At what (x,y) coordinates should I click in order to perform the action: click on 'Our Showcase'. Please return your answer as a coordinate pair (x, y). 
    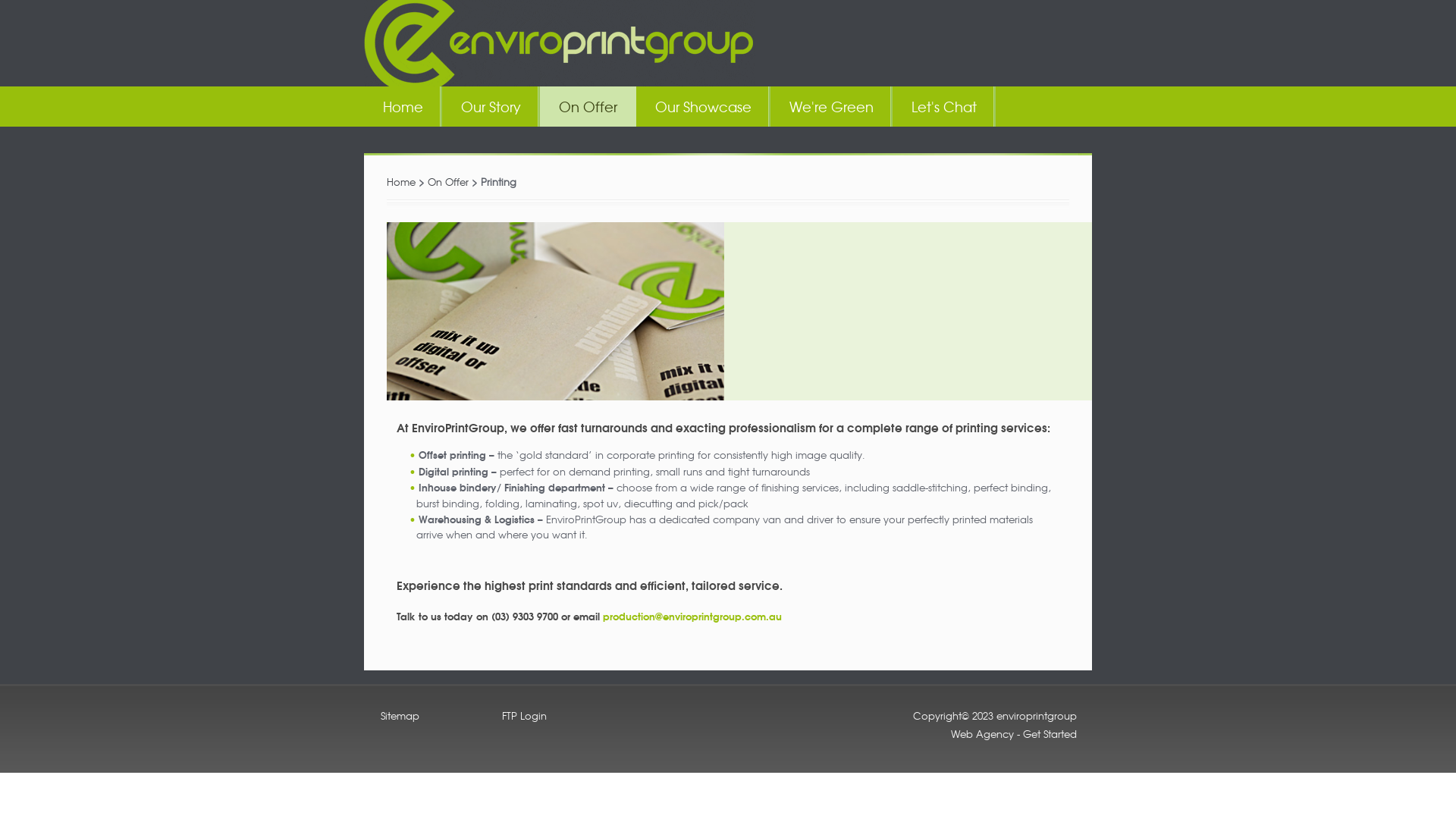
    Looking at the image, I should click on (702, 105).